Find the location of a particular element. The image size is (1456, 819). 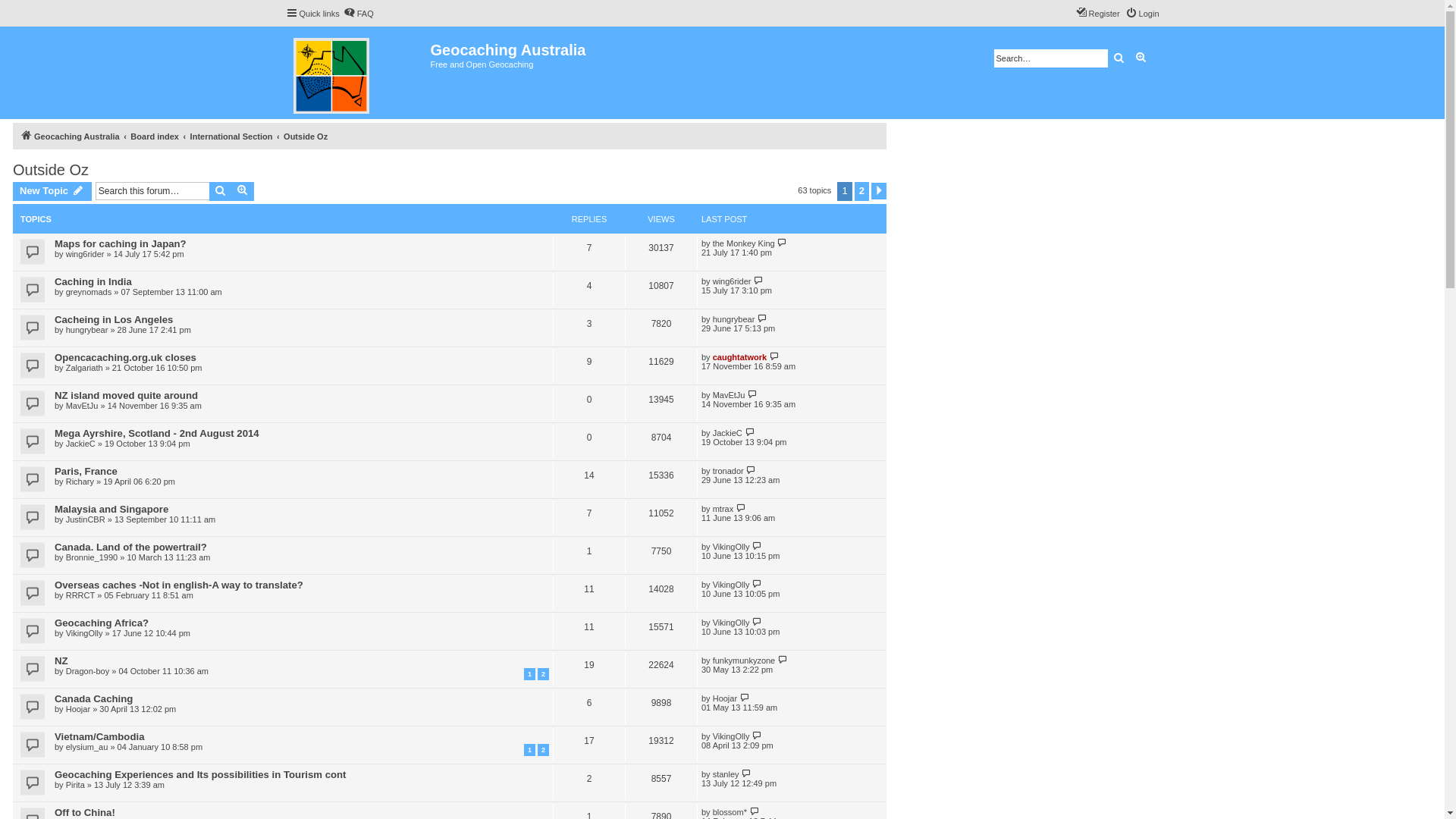

'Login' is located at coordinates (1142, 14).